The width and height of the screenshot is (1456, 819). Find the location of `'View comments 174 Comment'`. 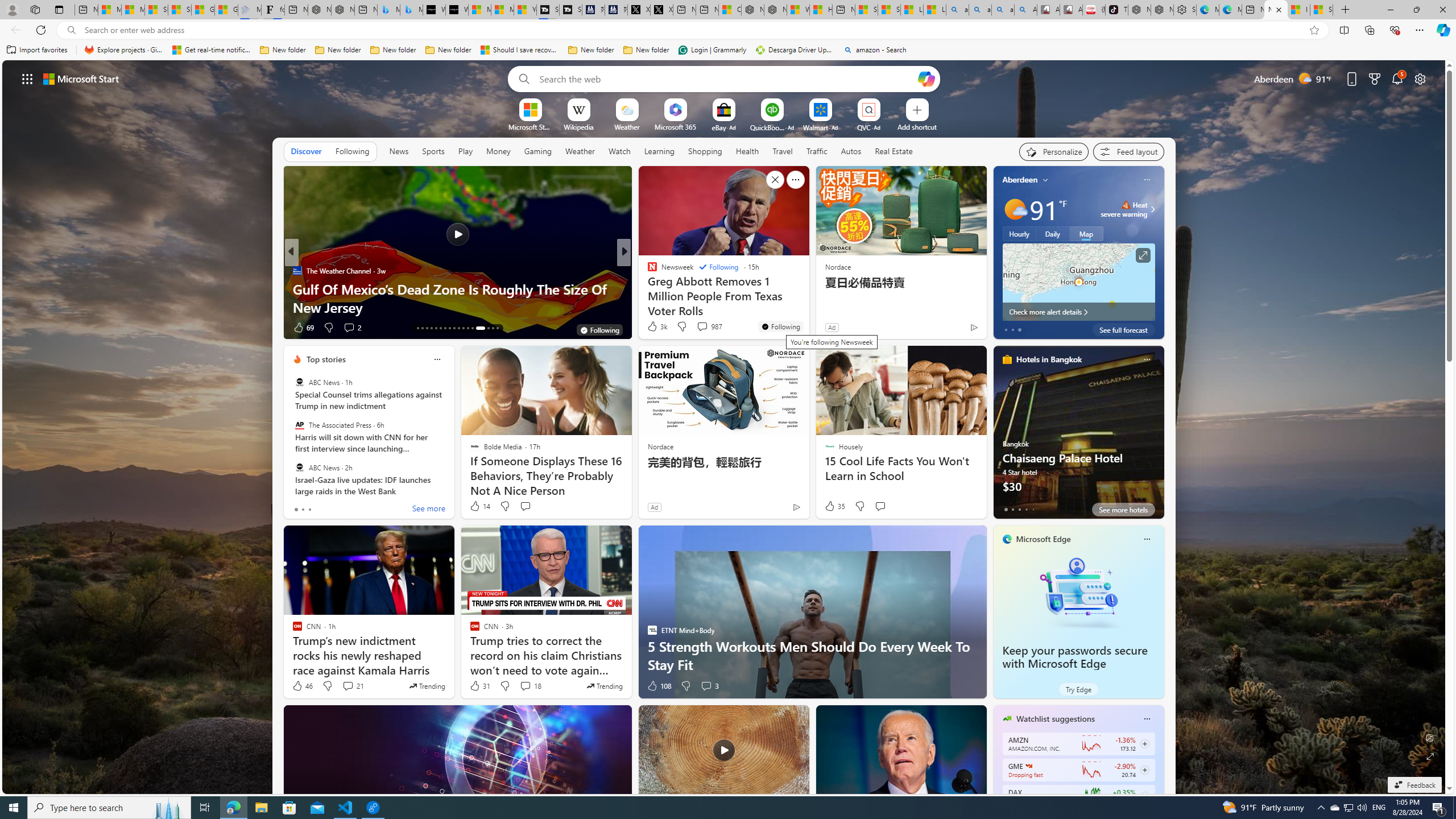

'View comments 174 Comment' is located at coordinates (6, 326).